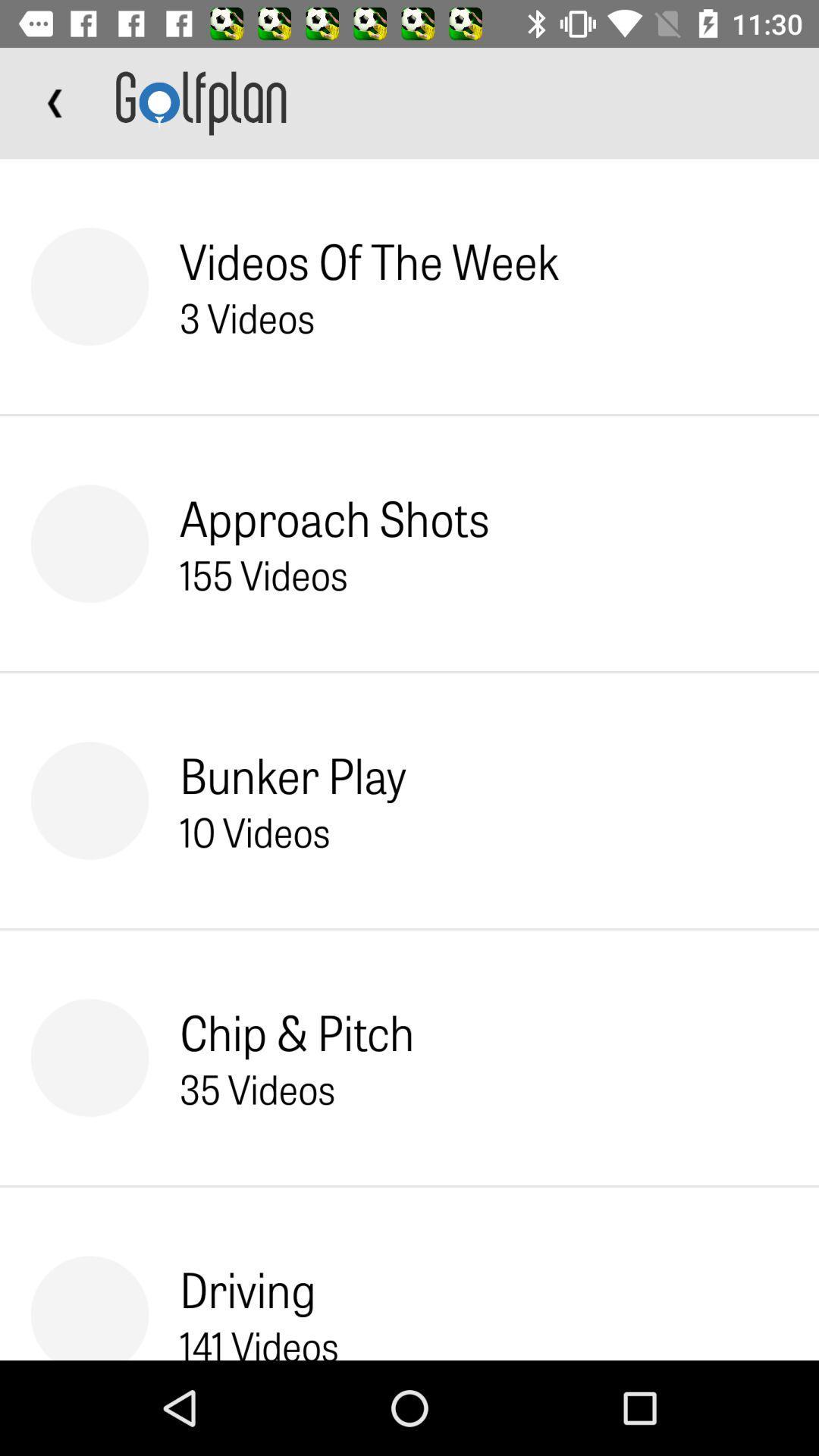 The height and width of the screenshot is (1456, 819). What do you see at coordinates (262, 573) in the screenshot?
I see `the icon below approach shots item` at bounding box center [262, 573].